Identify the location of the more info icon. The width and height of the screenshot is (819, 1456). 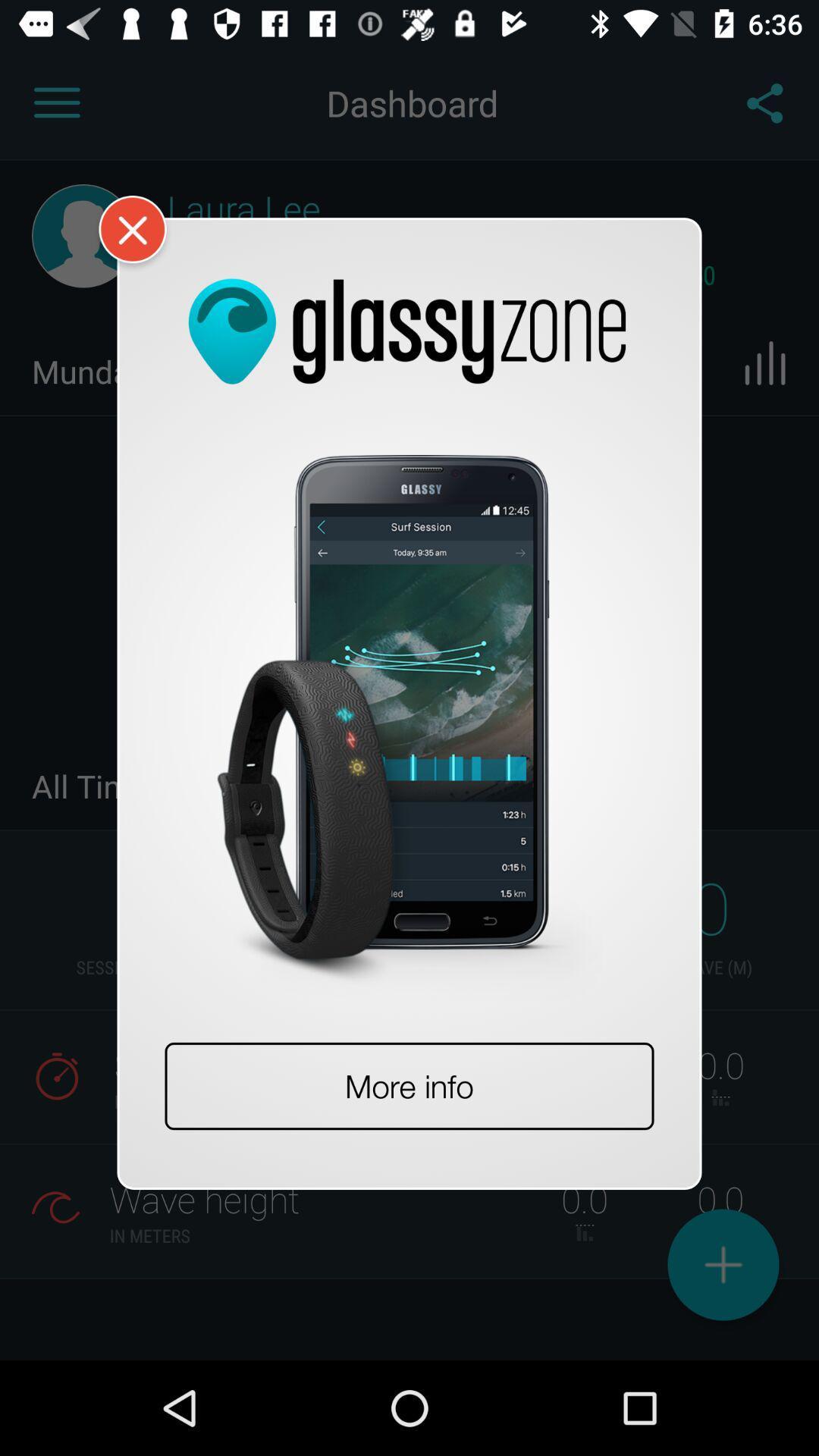
(409, 1085).